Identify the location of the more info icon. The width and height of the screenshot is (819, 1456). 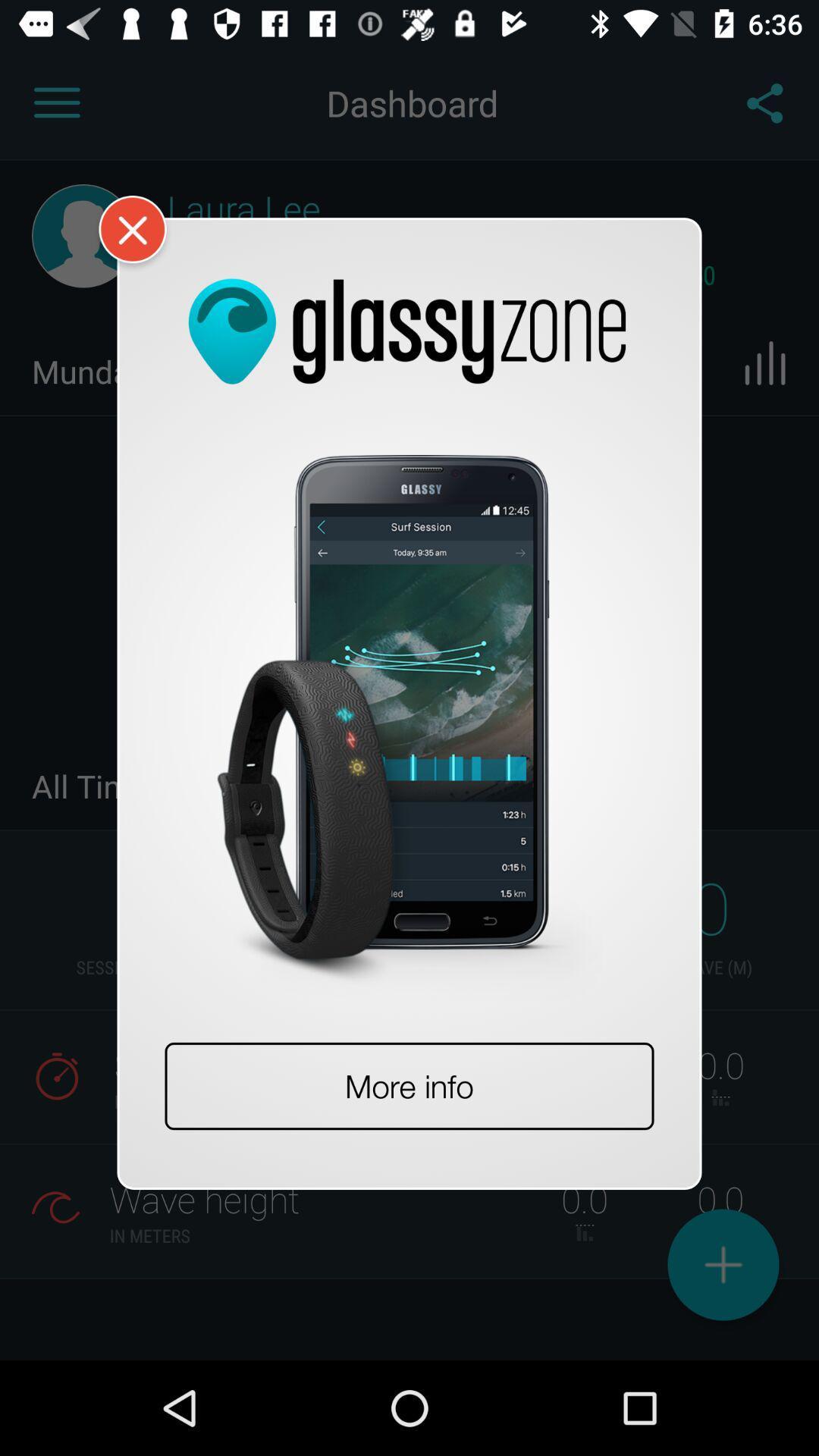
(409, 1085).